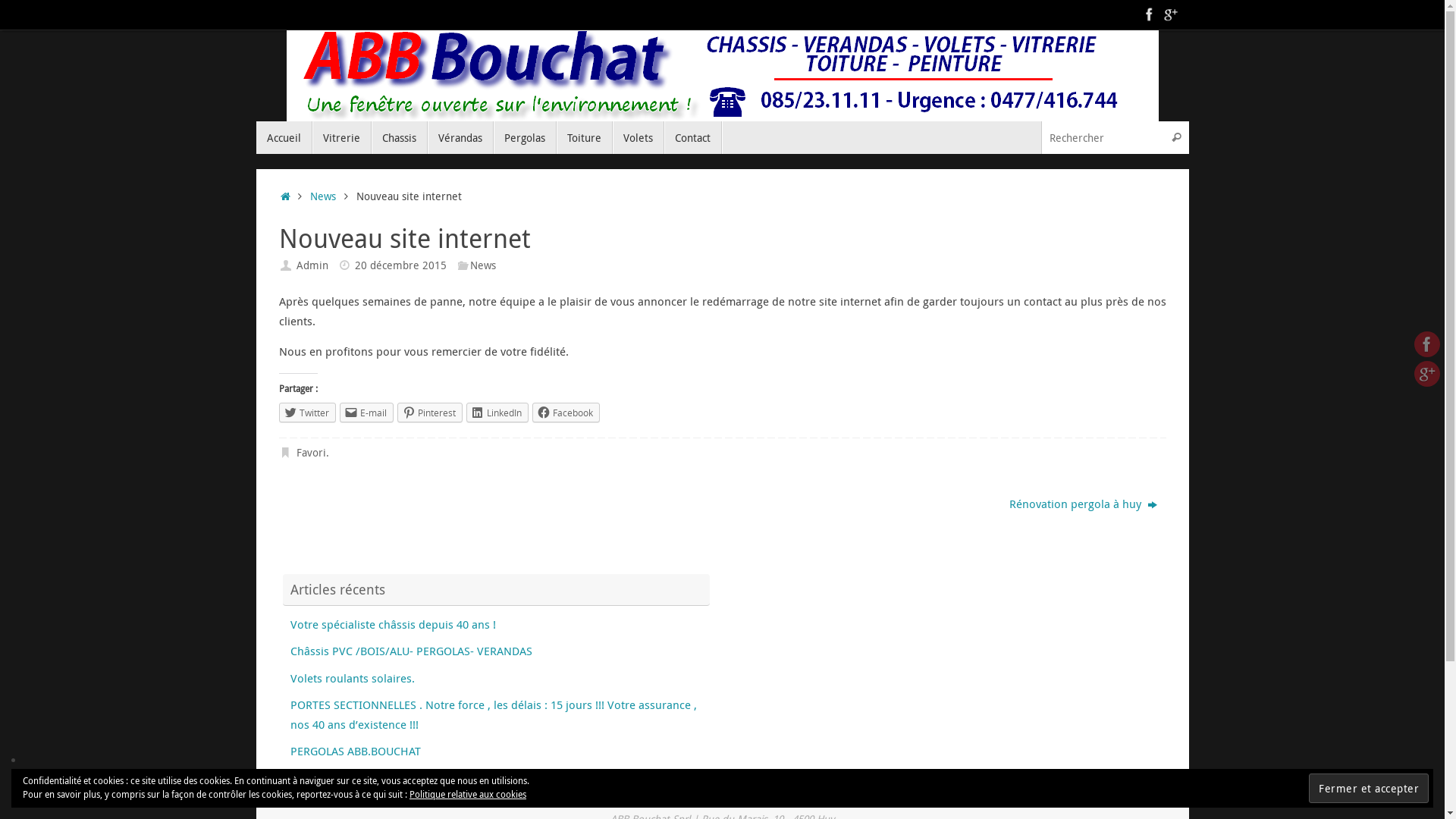 This screenshot has width=1456, height=819. What do you see at coordinates (400, 137) in the screenshot?
I see `'Chassis'` at bounding box center [400, 137].